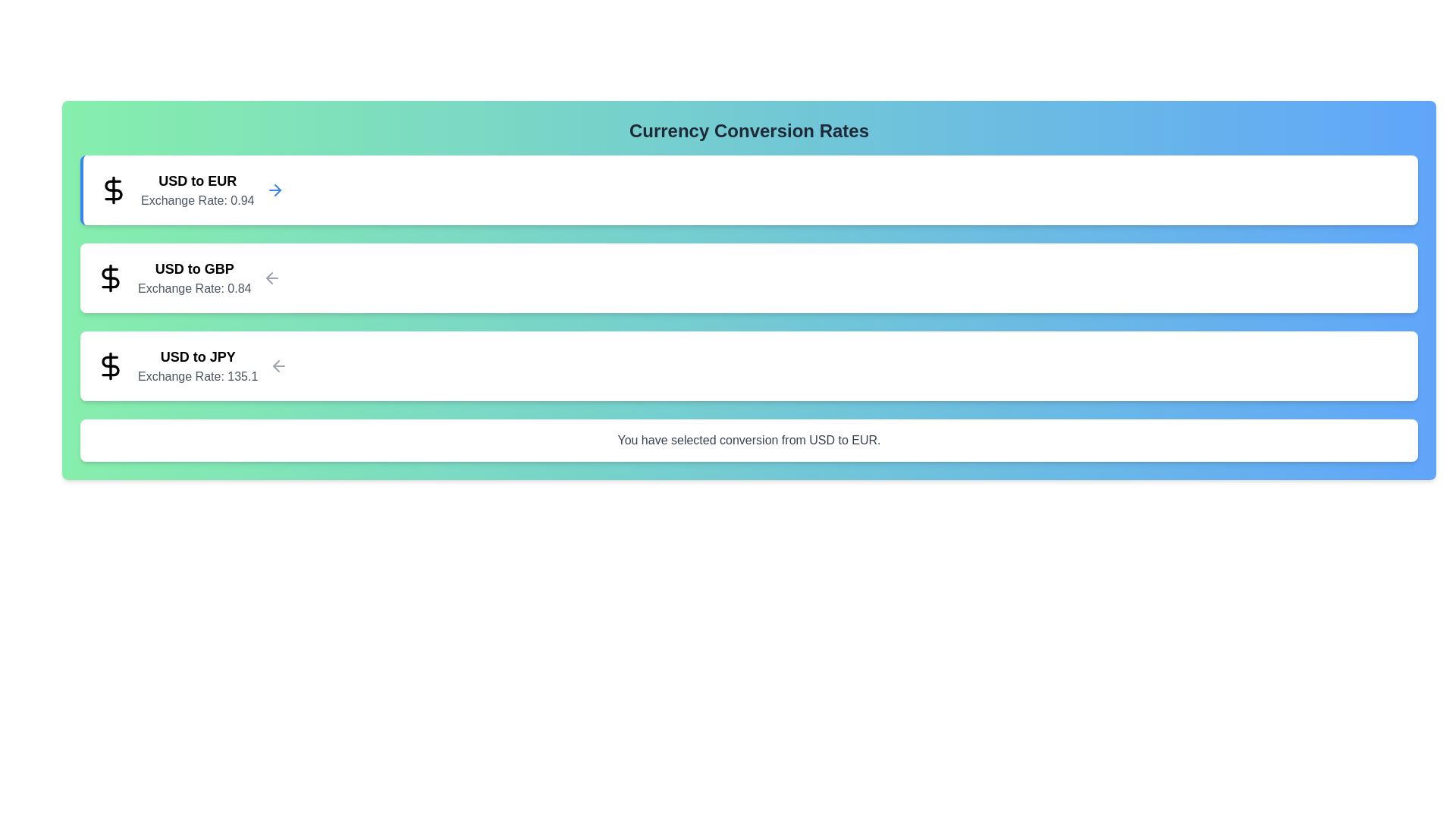 The width and height of the screenshot is (1456, 819). Describe the element at coordinates (272, 278) in the screenshot. I see `the back navigation icon located in the second currency conversion panel labeled 'USD to GBP'` at that location.